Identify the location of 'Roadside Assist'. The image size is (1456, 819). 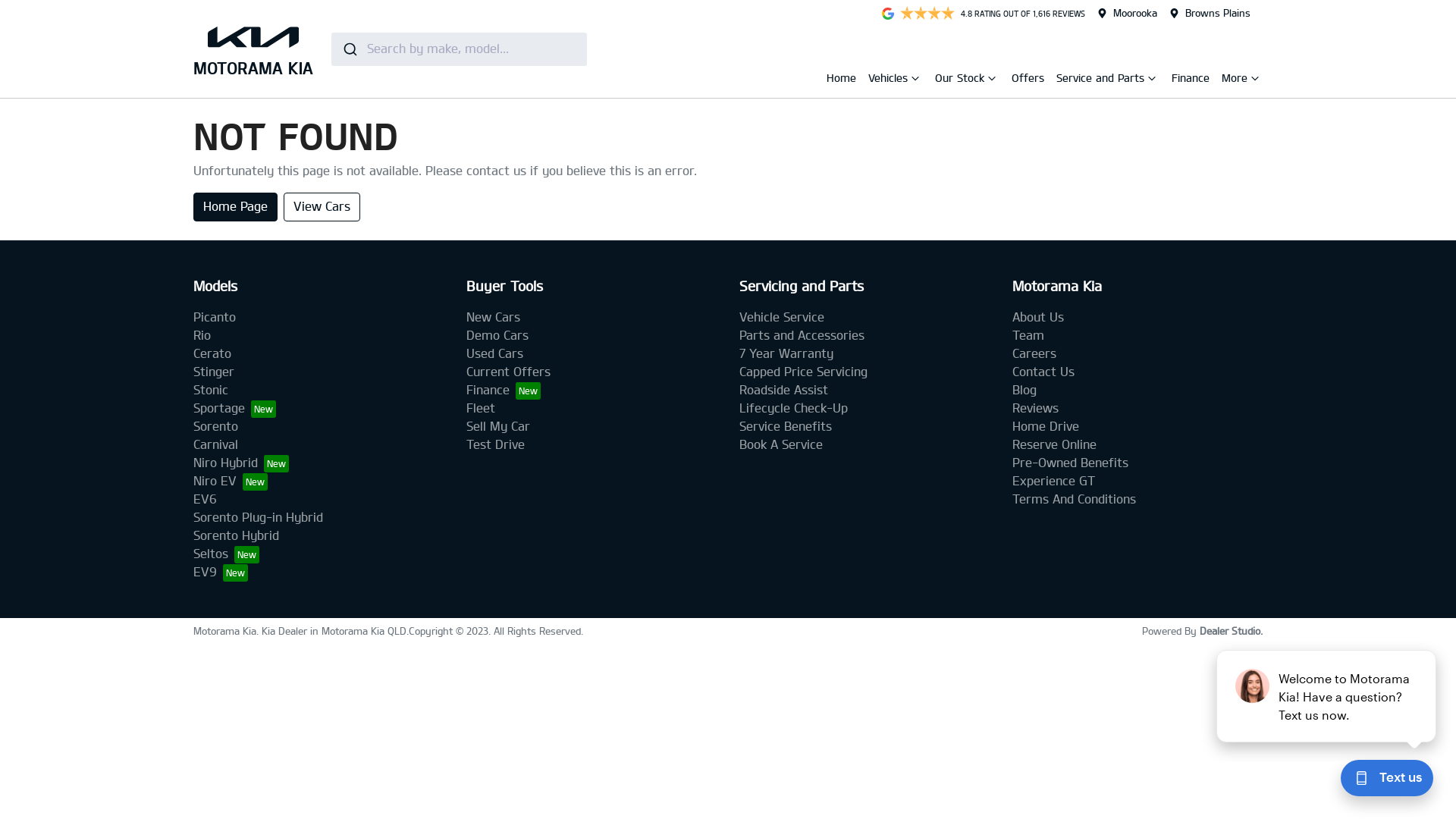
(739, 389).